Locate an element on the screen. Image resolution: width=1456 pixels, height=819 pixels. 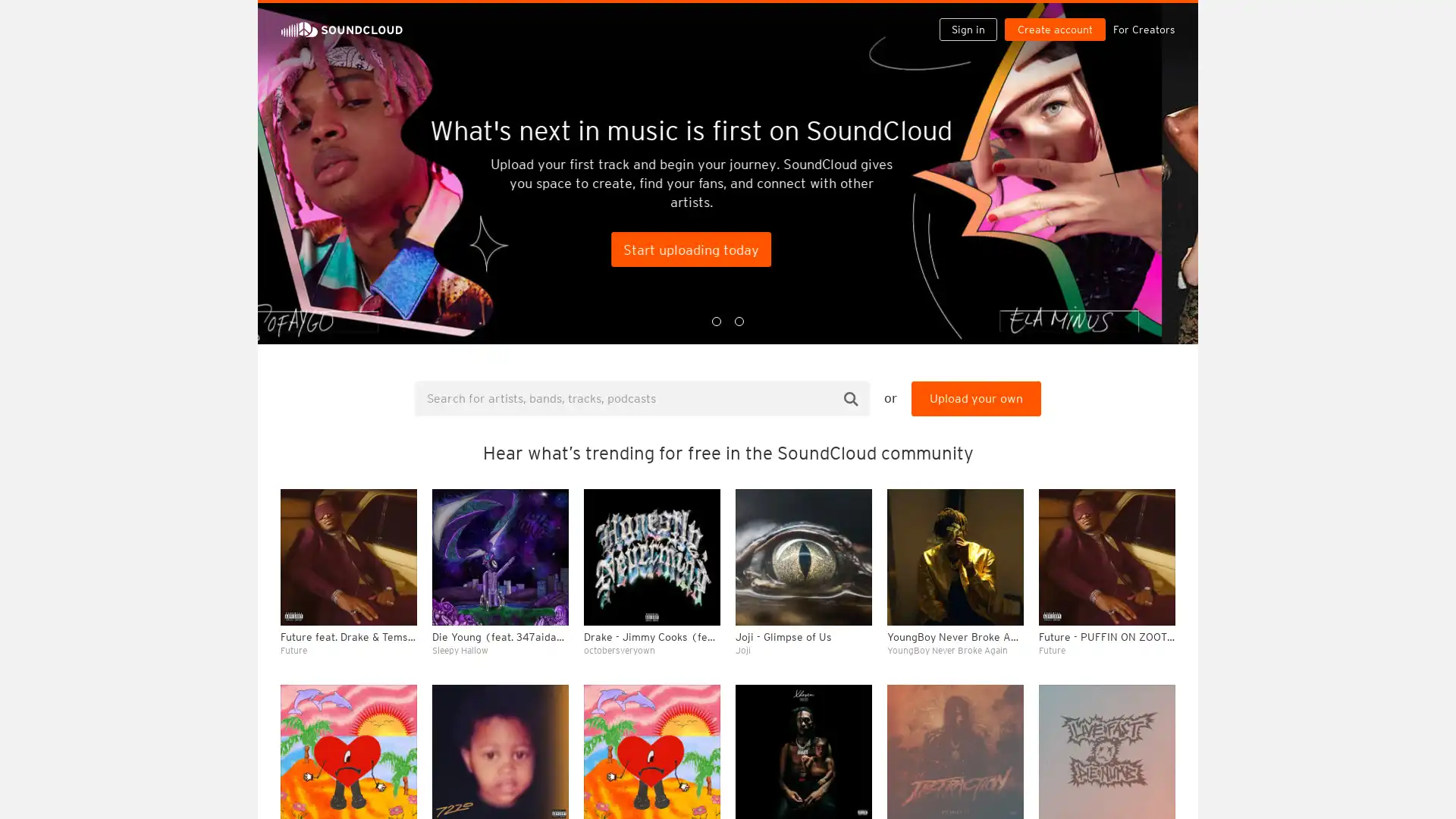
Search is located at coordinates (919, 17).